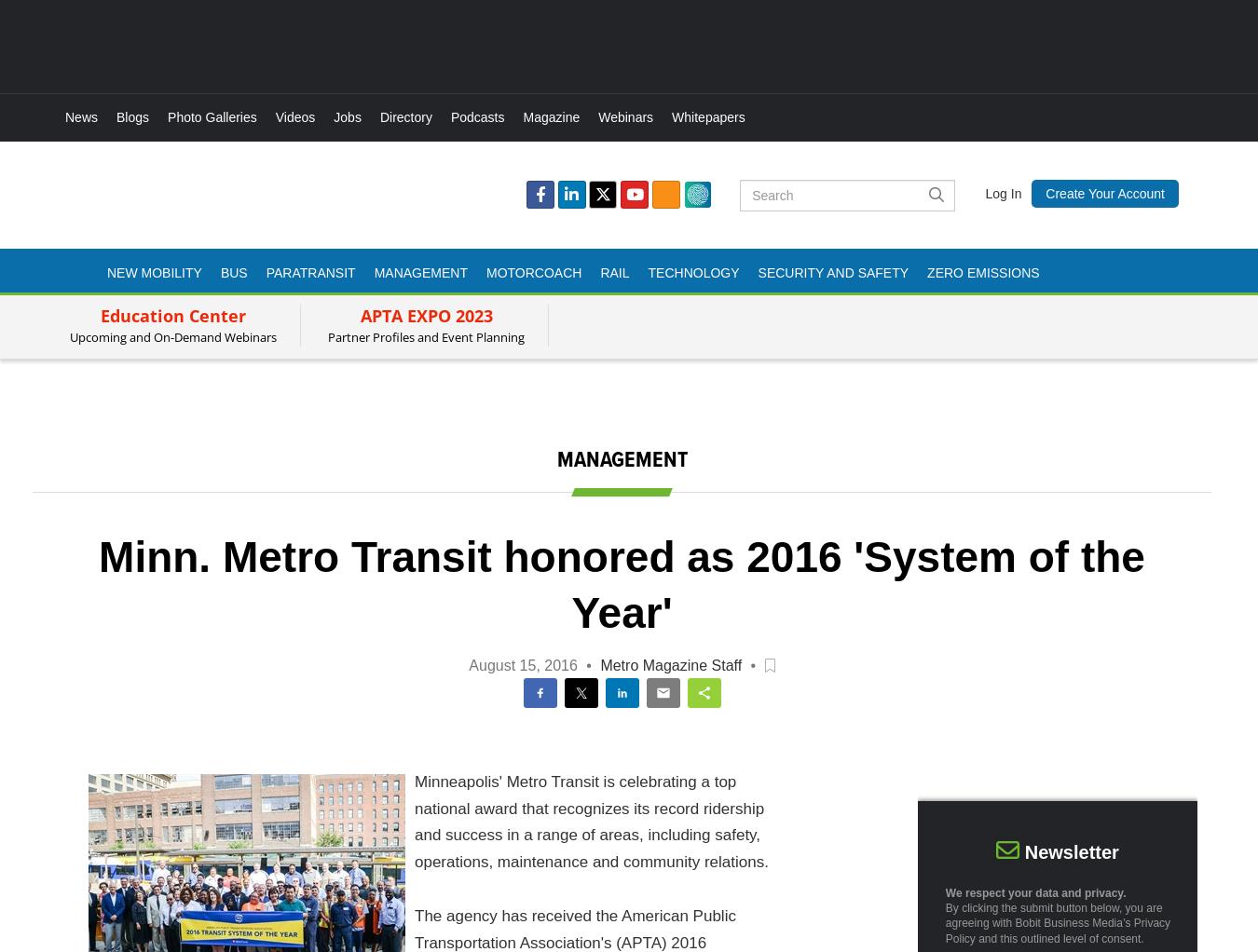 The image size is (1258, 952). Describe the element at coordinates (154, 271) in the screenshot. I see `'New Mobility'` at that location.